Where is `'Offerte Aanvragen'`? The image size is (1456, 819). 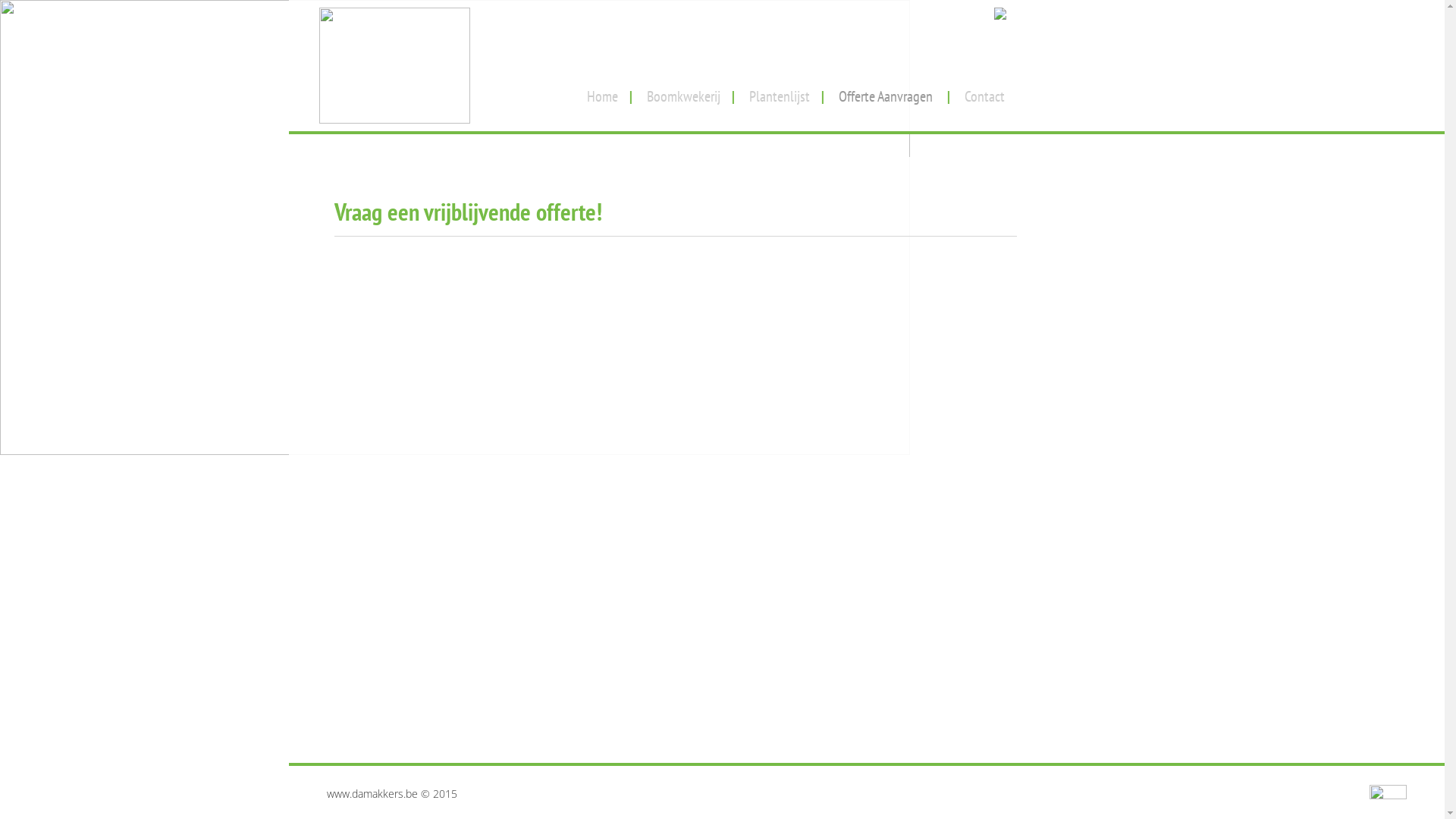
'Offerte Aanvragen' is located at coordinates (826, 90).